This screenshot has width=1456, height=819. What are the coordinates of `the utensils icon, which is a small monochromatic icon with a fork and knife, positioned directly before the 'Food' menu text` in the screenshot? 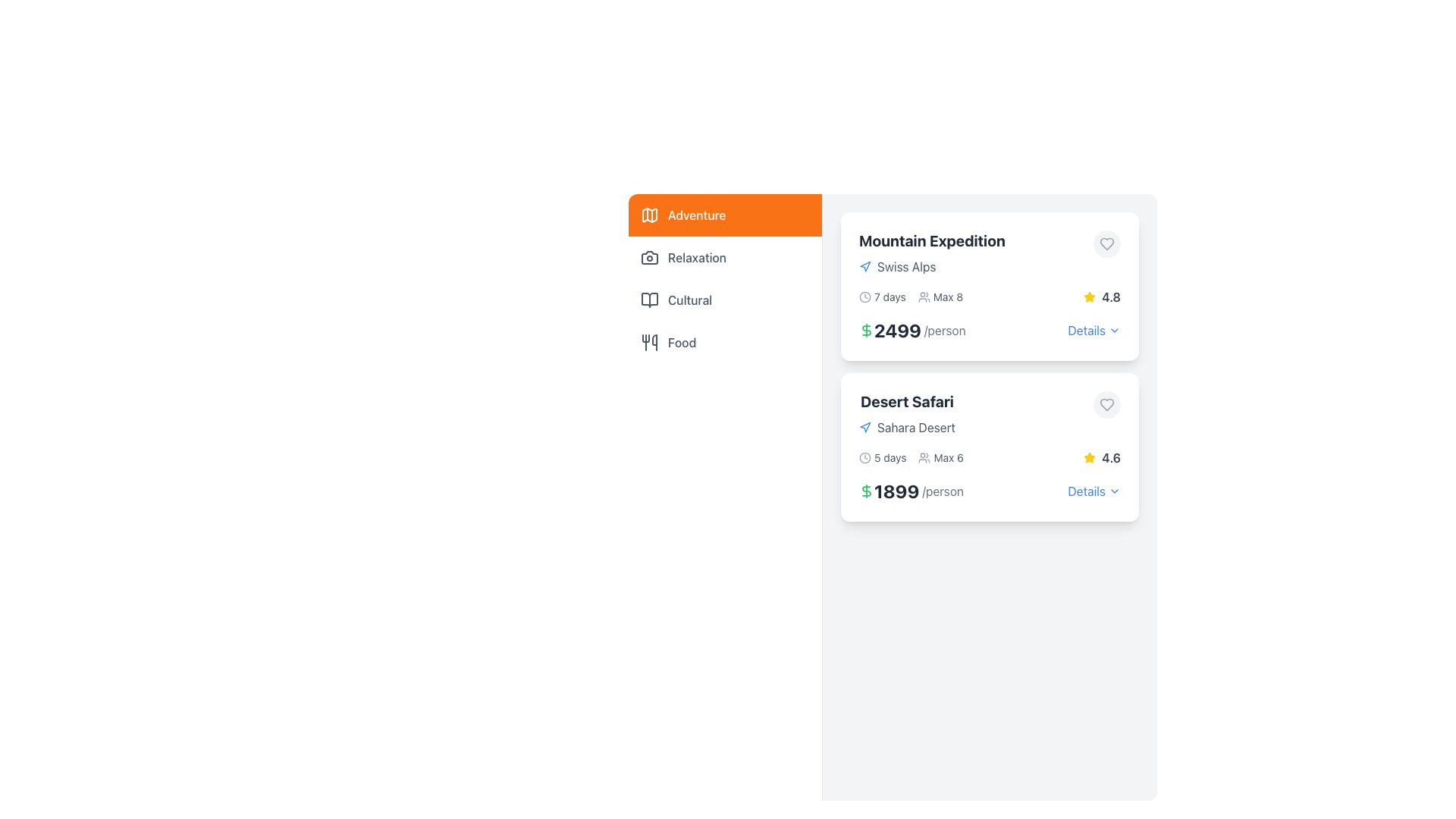 It's located at (650, 342).